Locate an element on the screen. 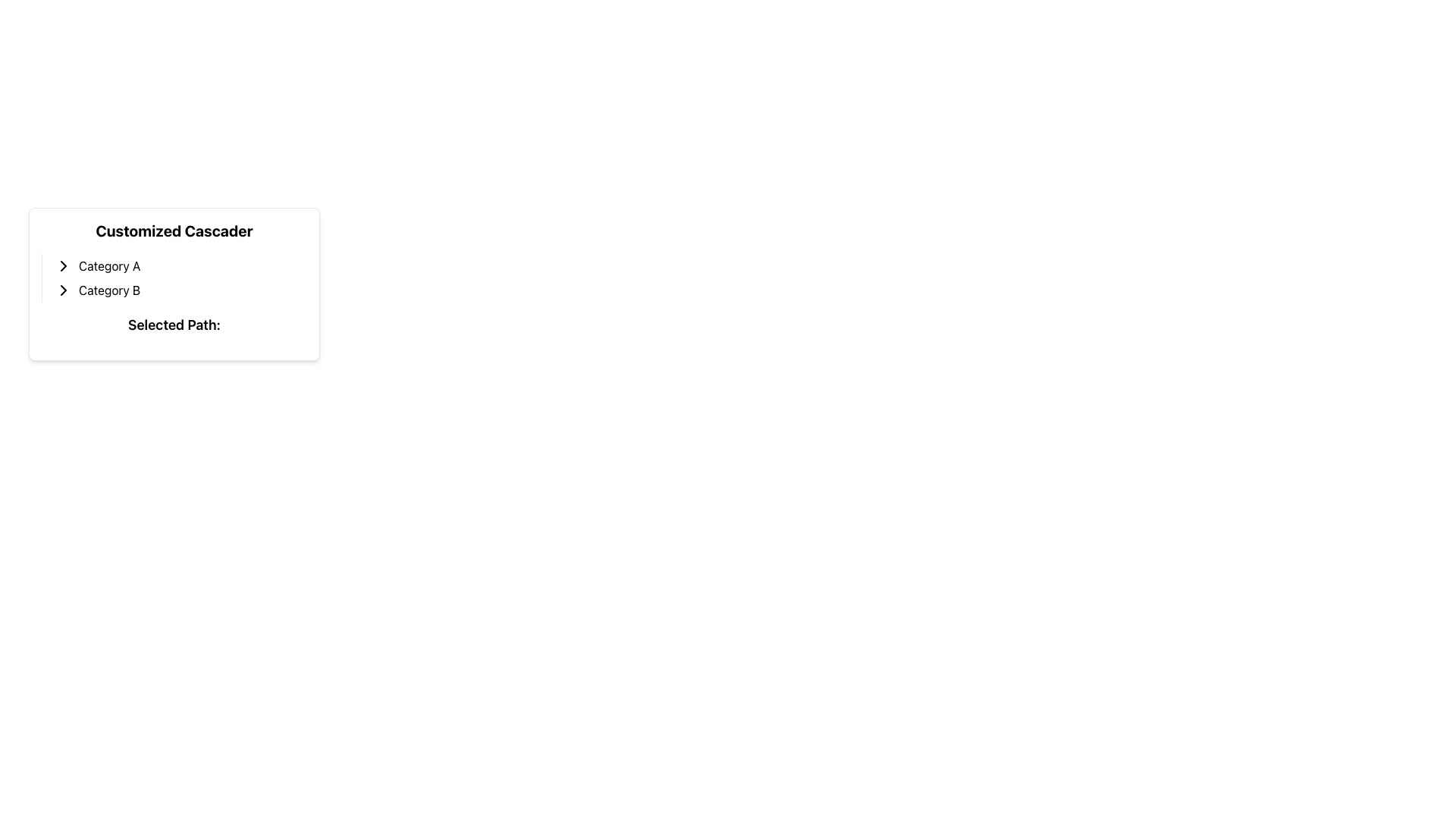 The image size is (1456, 819). the right-pointing chevron icon with a black stroke located next to the text 'Category A' is located at coordinates (62, 265).